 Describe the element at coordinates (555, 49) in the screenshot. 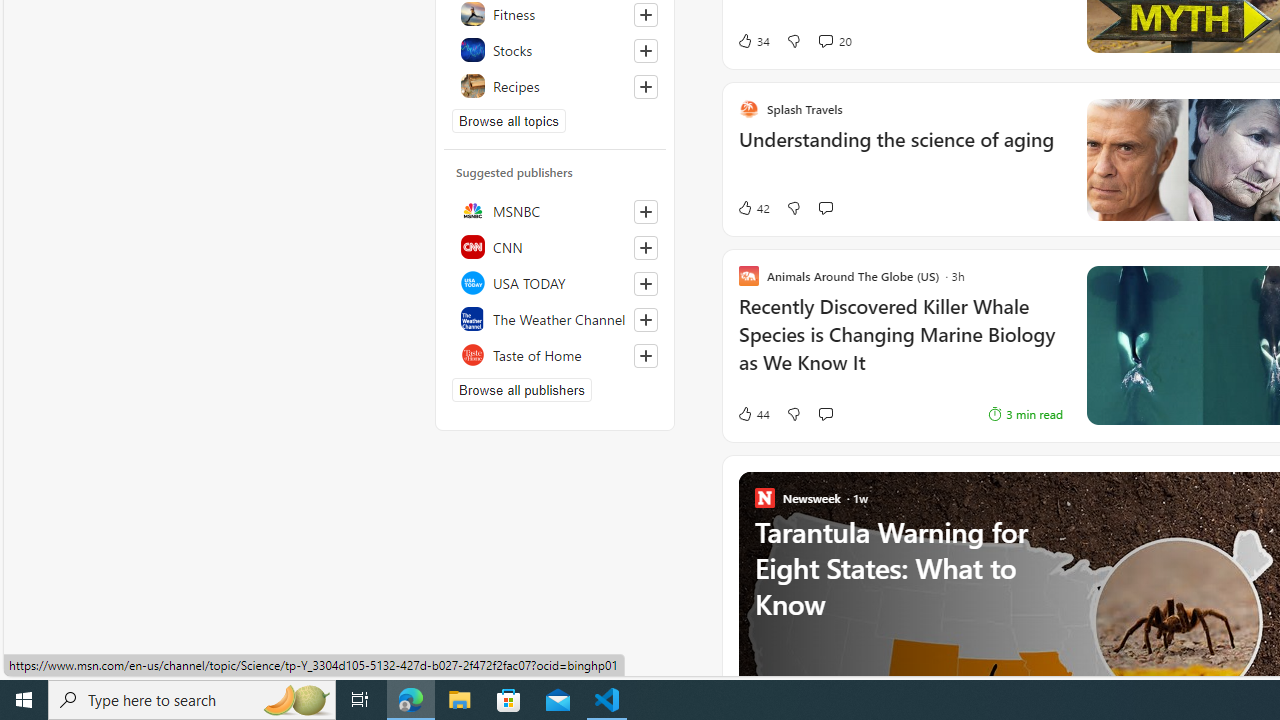

I see `'Stocks'` at that location.